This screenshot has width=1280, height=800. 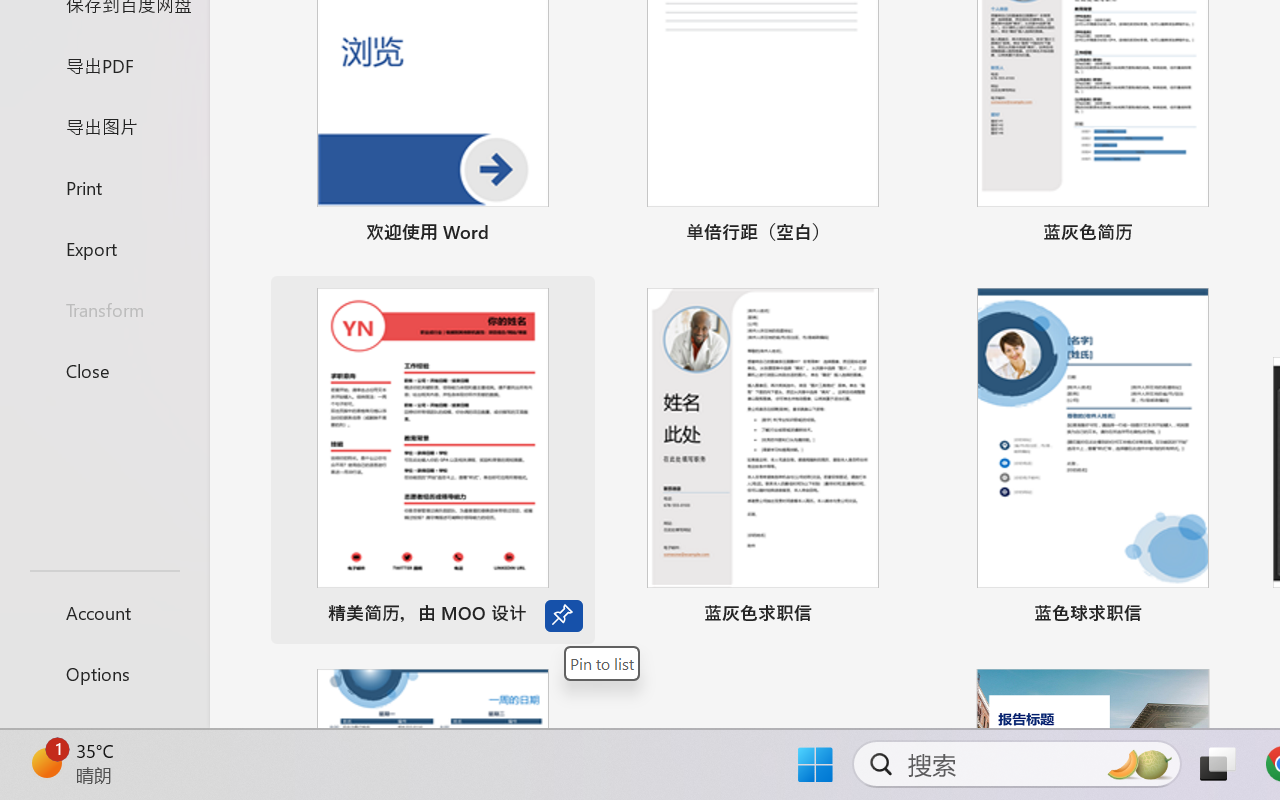 I want to click on 'Pin to list', so click(x=601, y=662).